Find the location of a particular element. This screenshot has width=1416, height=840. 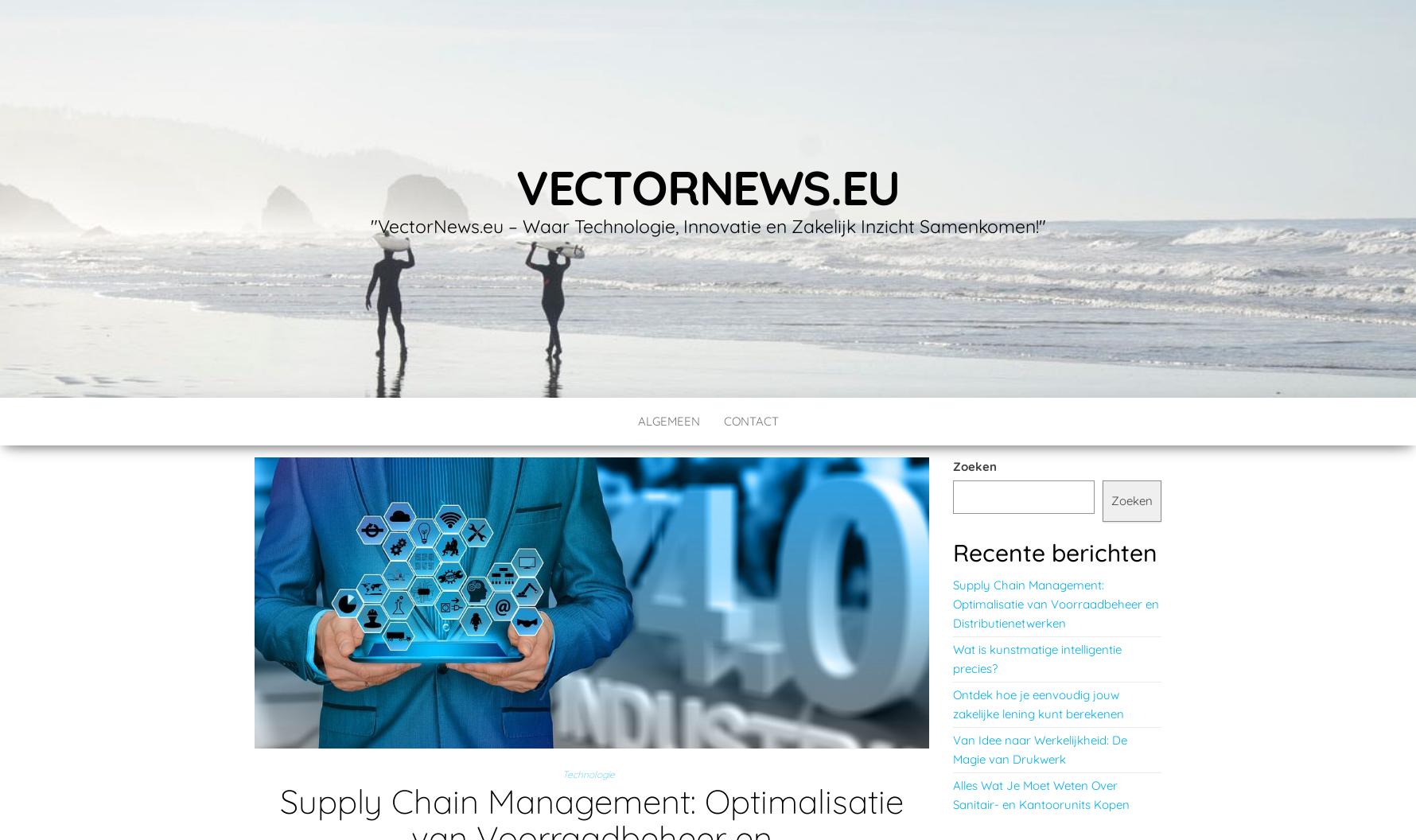

'Recente berichten' is located at coordinates (952, 552).